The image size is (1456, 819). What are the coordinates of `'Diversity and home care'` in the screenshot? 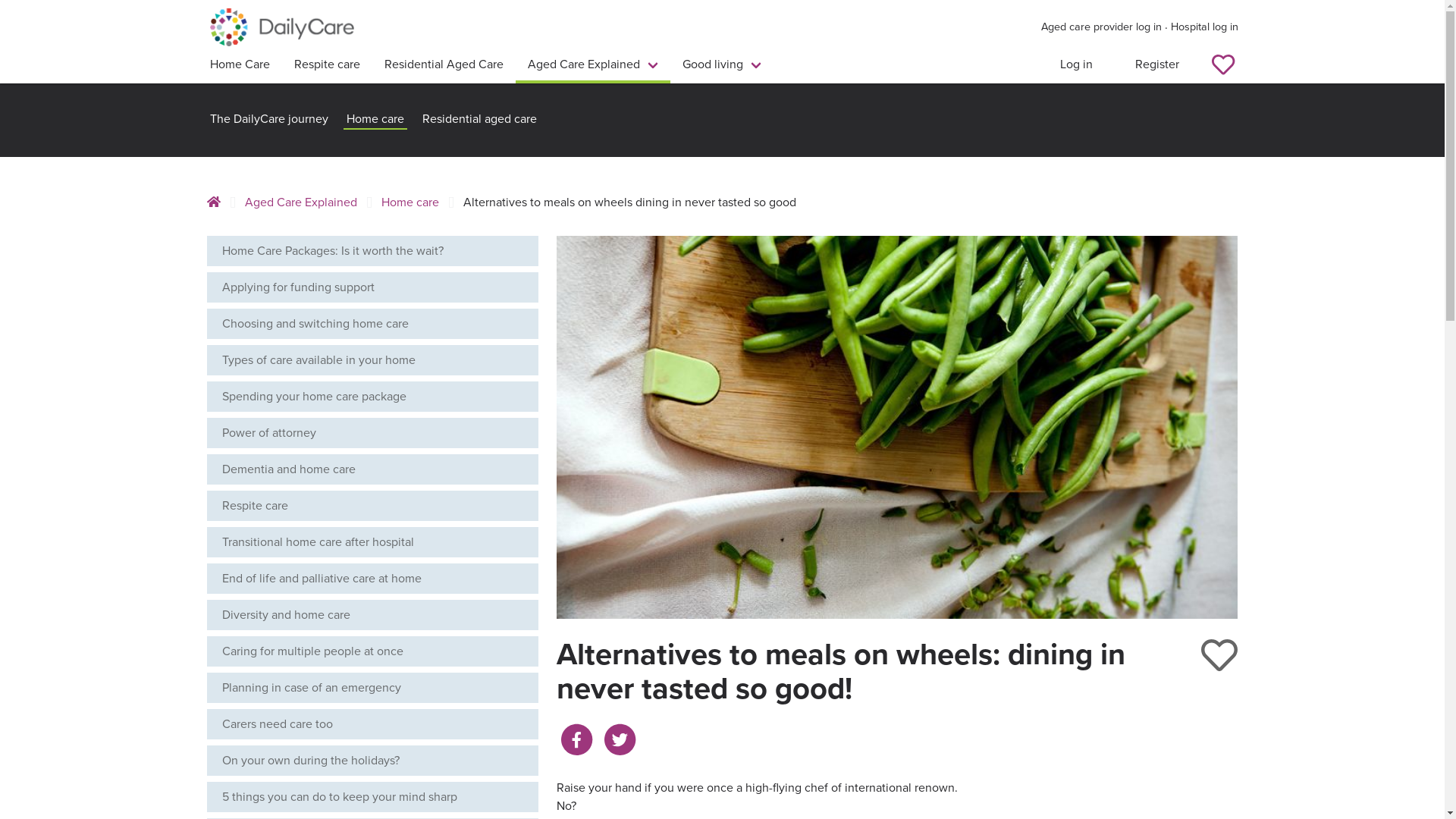 It's located at (372, 614).